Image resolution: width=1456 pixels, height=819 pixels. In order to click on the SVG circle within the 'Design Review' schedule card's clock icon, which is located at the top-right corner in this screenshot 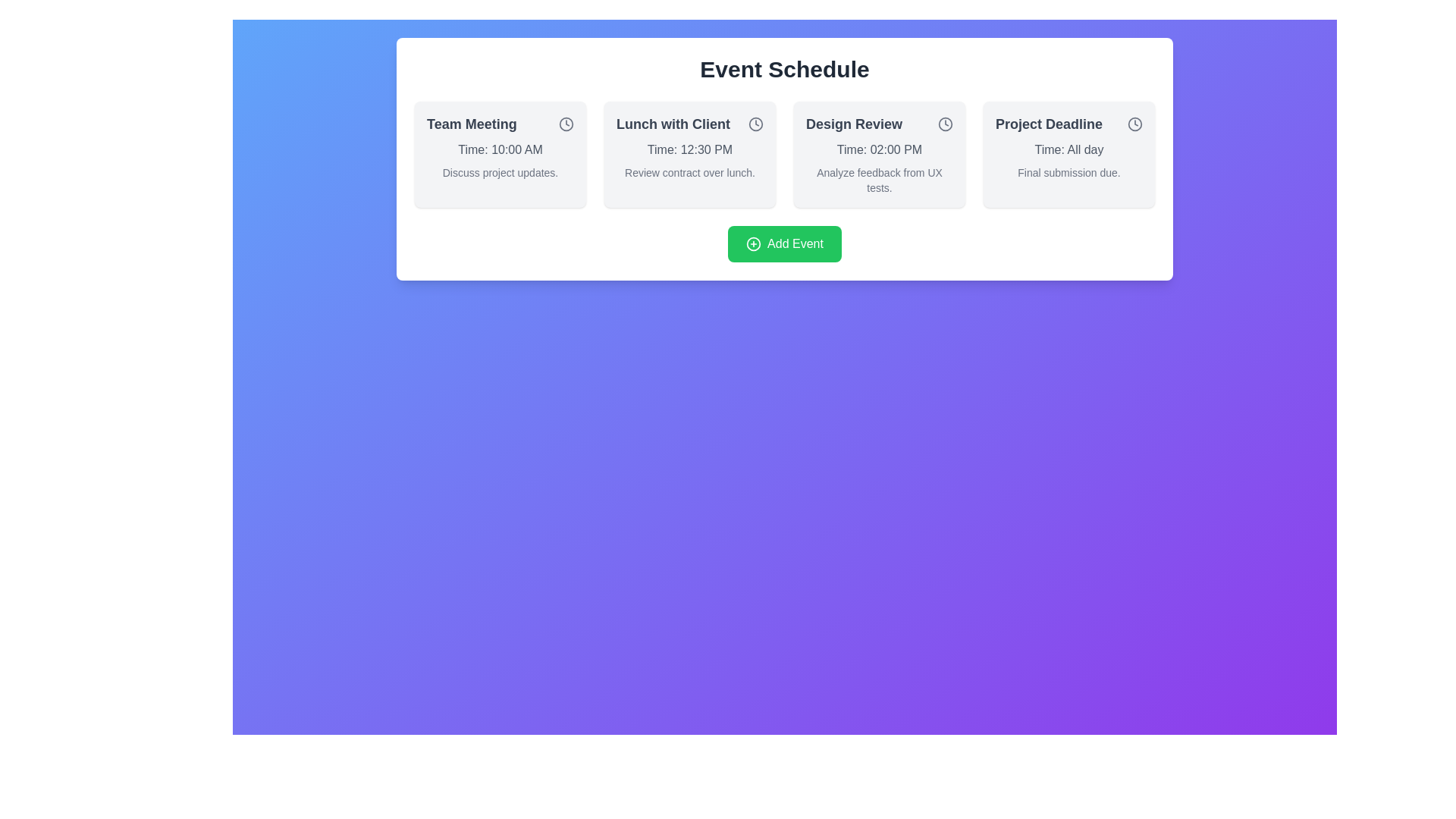, I will do `click(945, 124)`.